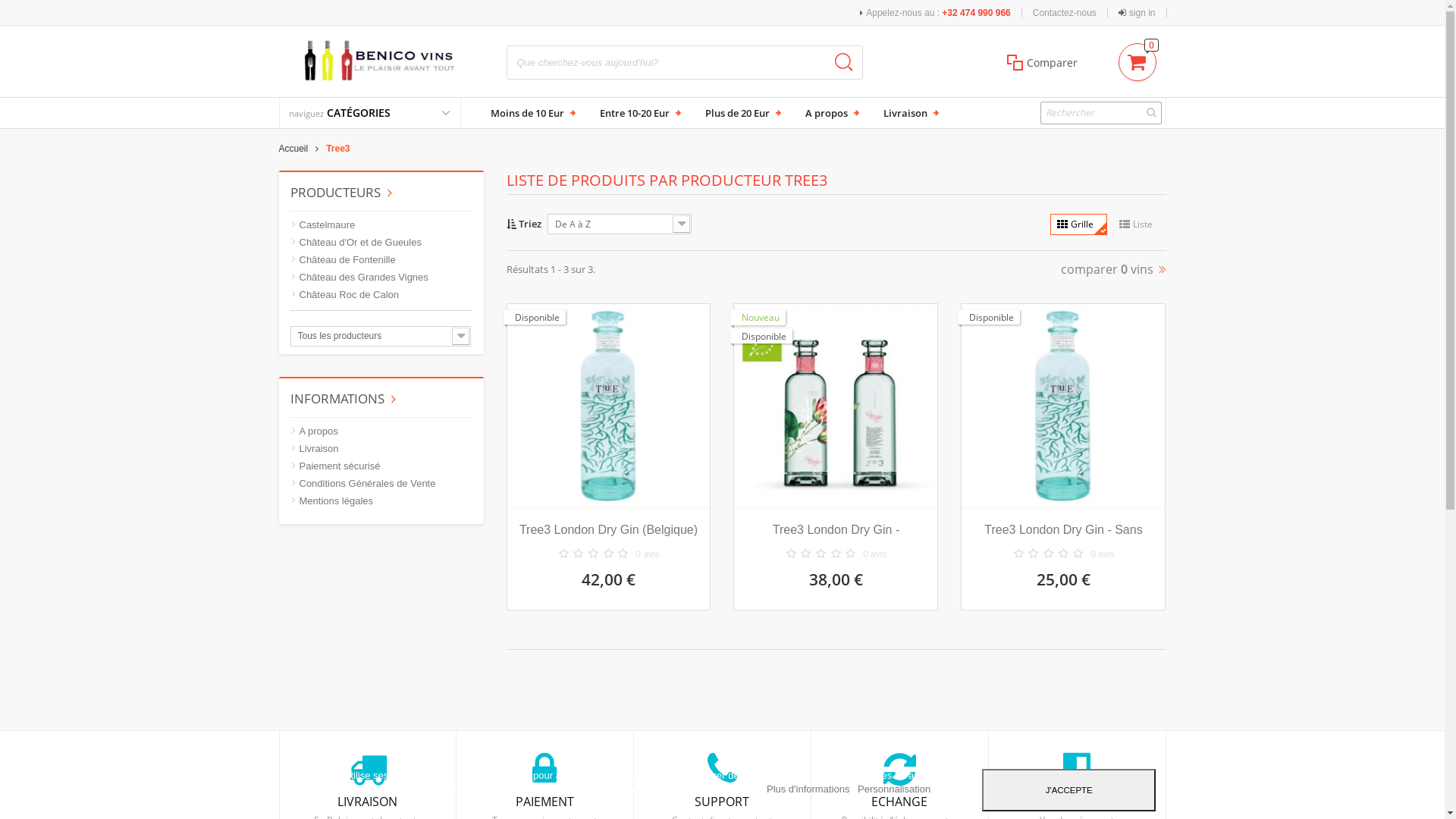 This screenshot has width=1456, height=819. Describe the element at coordinates (1063, 12) in the screenshot. I see `'Contactez-nous'` at that location.